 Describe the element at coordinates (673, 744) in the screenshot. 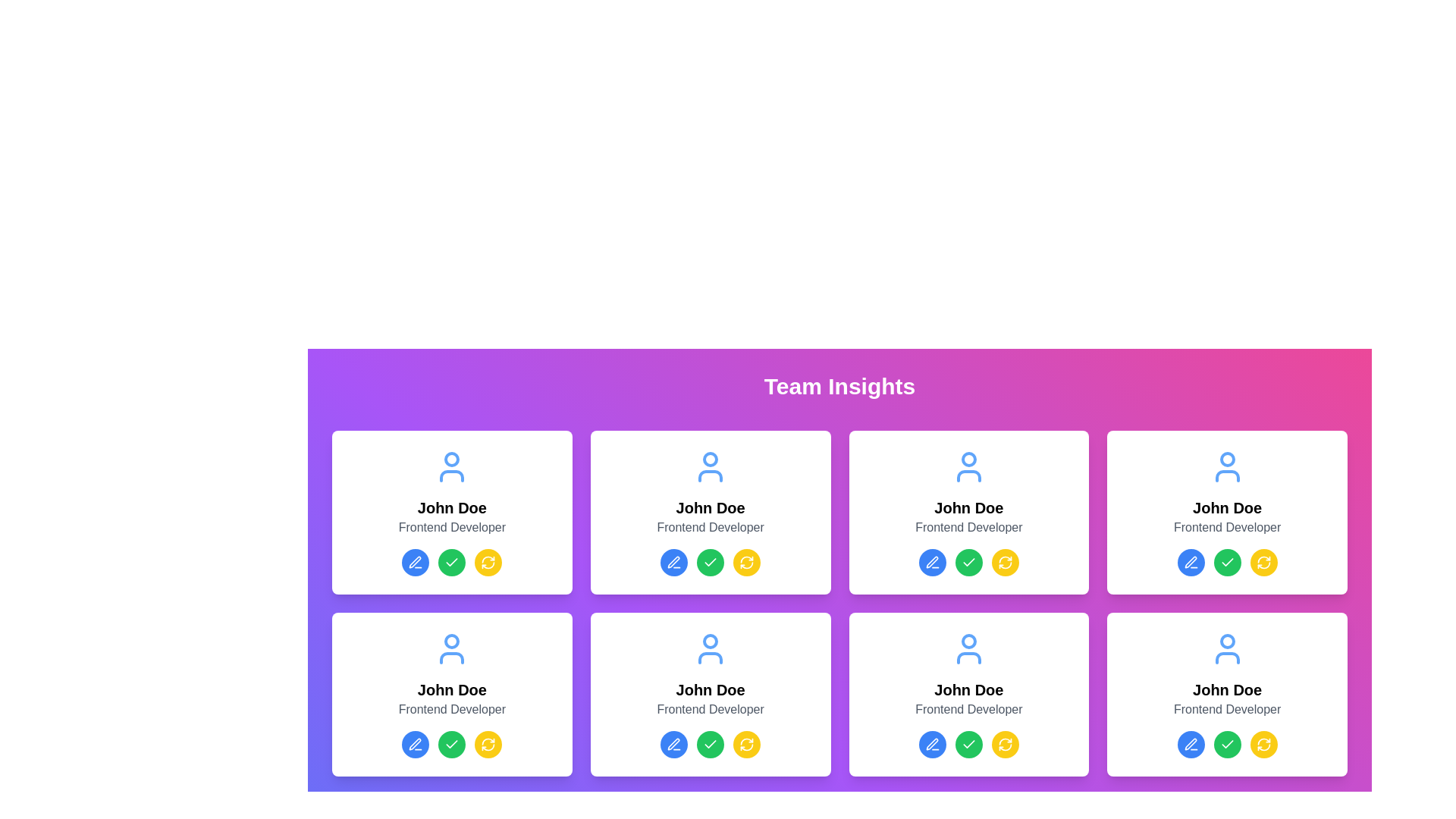

I see `the first button in the bottom-left card of the grid layout` at that location.